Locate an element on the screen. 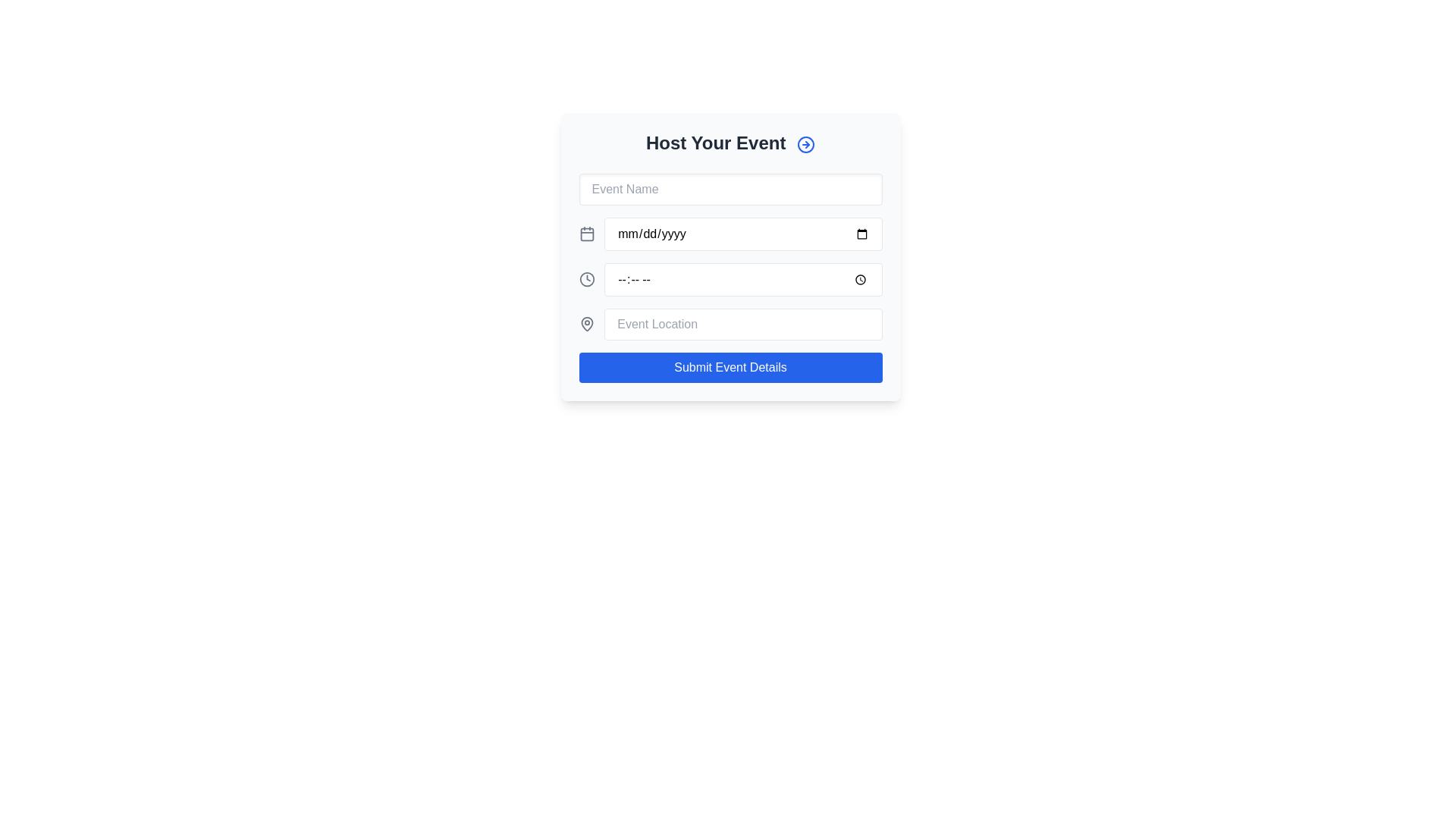  the SVG circle element that is part of the decorative clock icon, positioned centrally to the right of the time selection input field is located at coordinates (586, 280).